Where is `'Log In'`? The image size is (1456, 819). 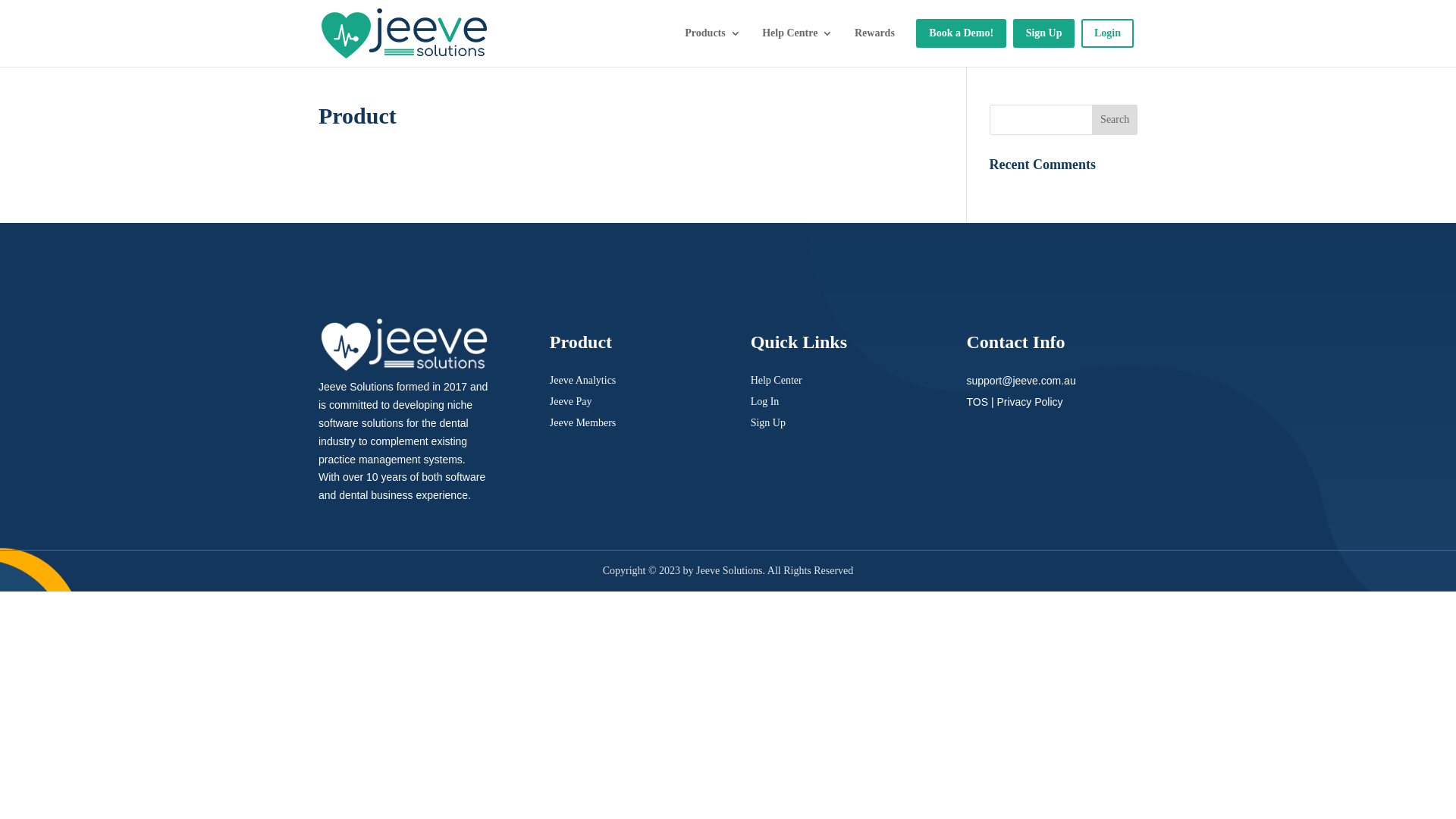
'Log In' is located at coordinates (750, 400).